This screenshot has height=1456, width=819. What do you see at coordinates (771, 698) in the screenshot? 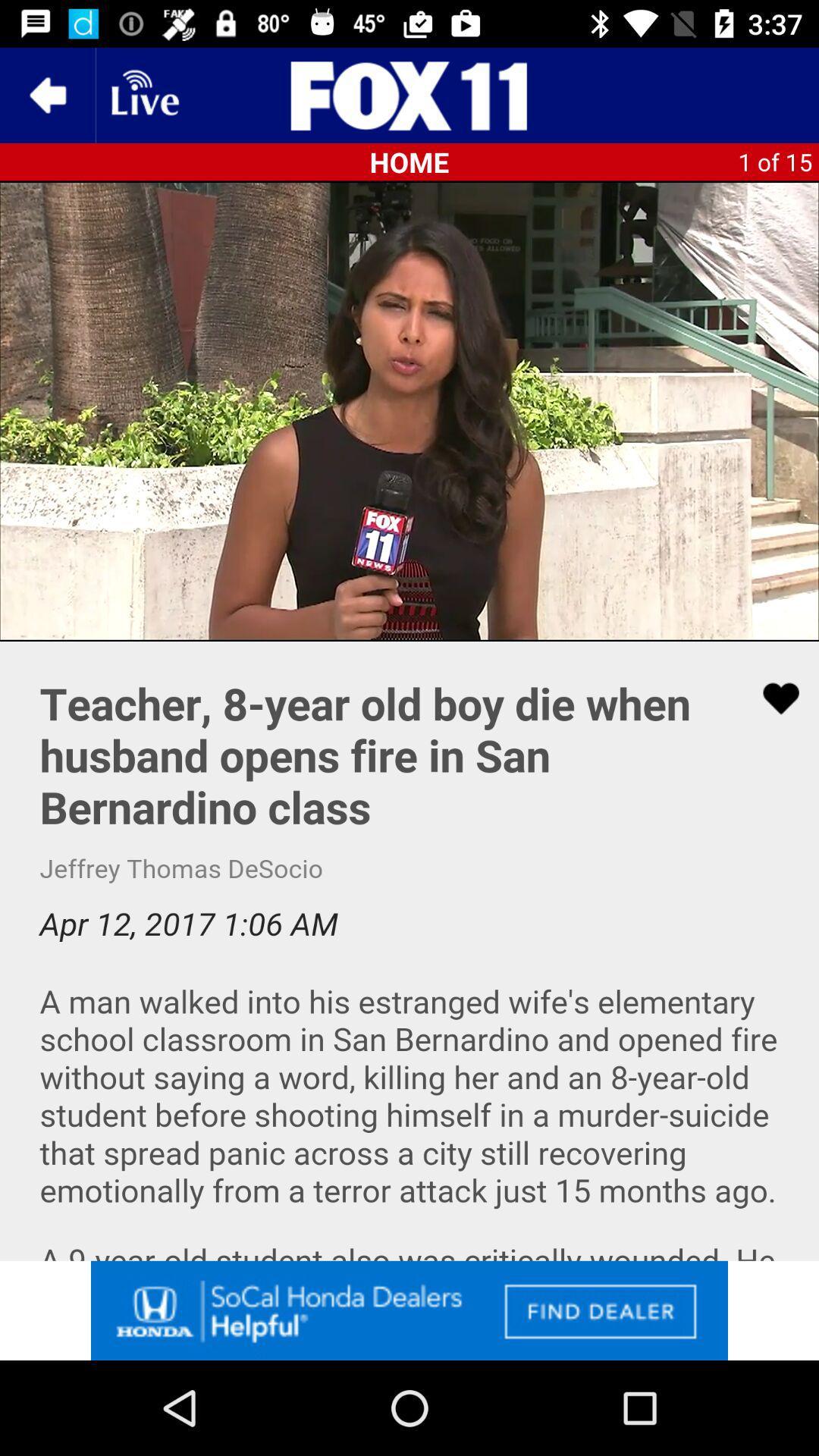
I see `the favorite icon` at bounding box center [771, 698].